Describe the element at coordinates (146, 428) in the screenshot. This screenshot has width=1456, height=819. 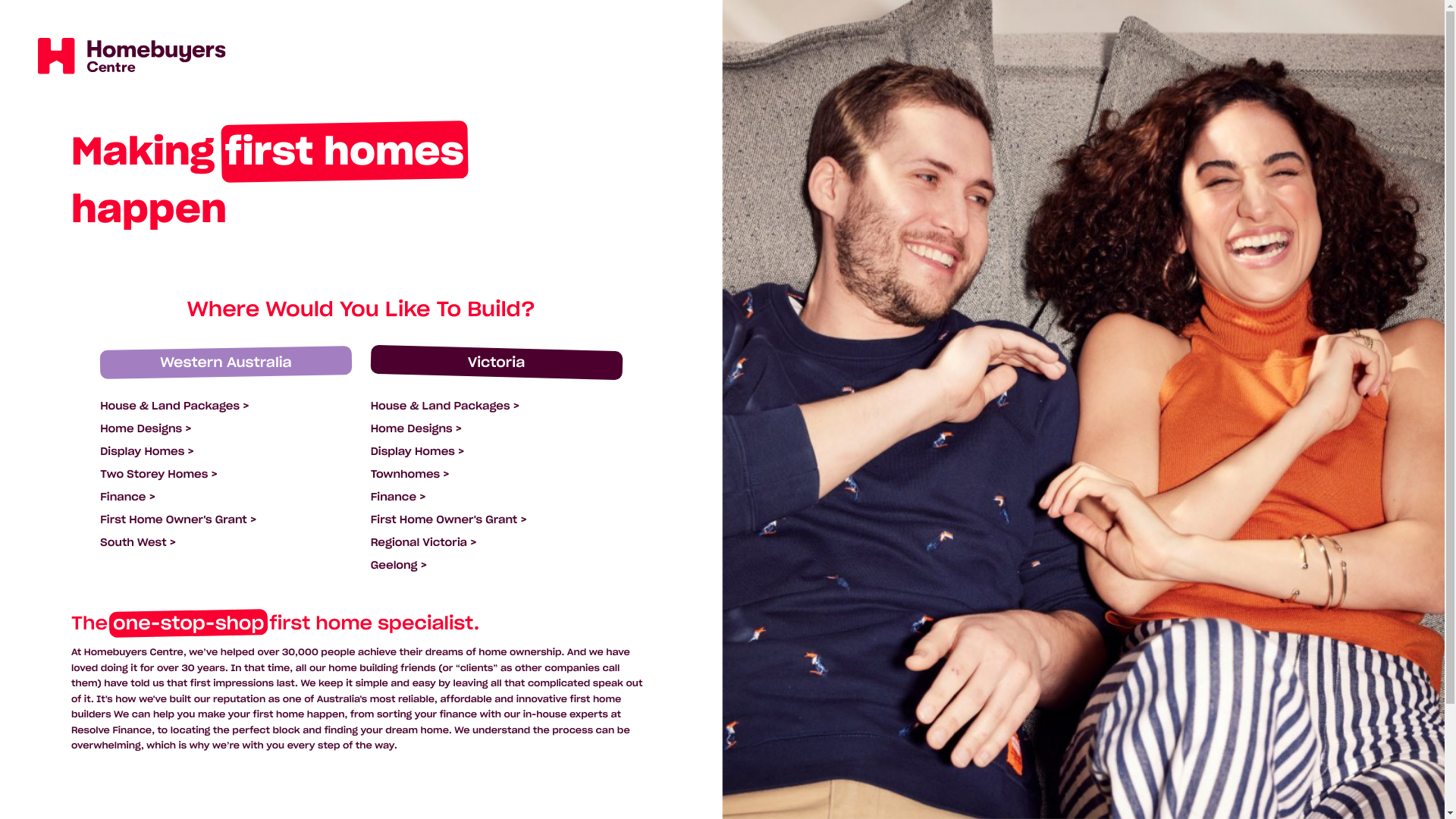
I see `'Home Designs >'` at that location.